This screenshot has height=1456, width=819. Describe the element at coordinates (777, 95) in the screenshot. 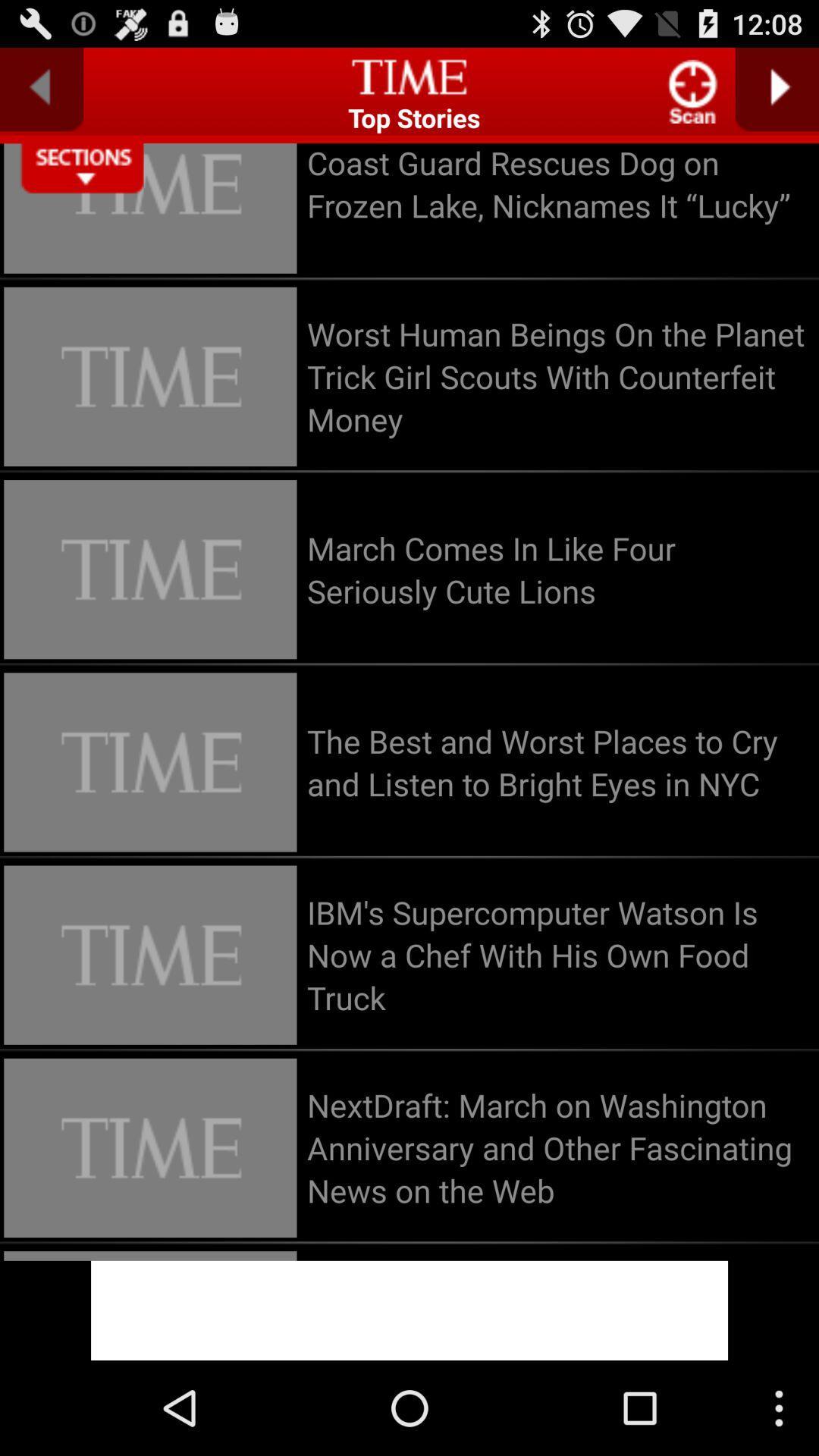

I see `the play icon` at that location.